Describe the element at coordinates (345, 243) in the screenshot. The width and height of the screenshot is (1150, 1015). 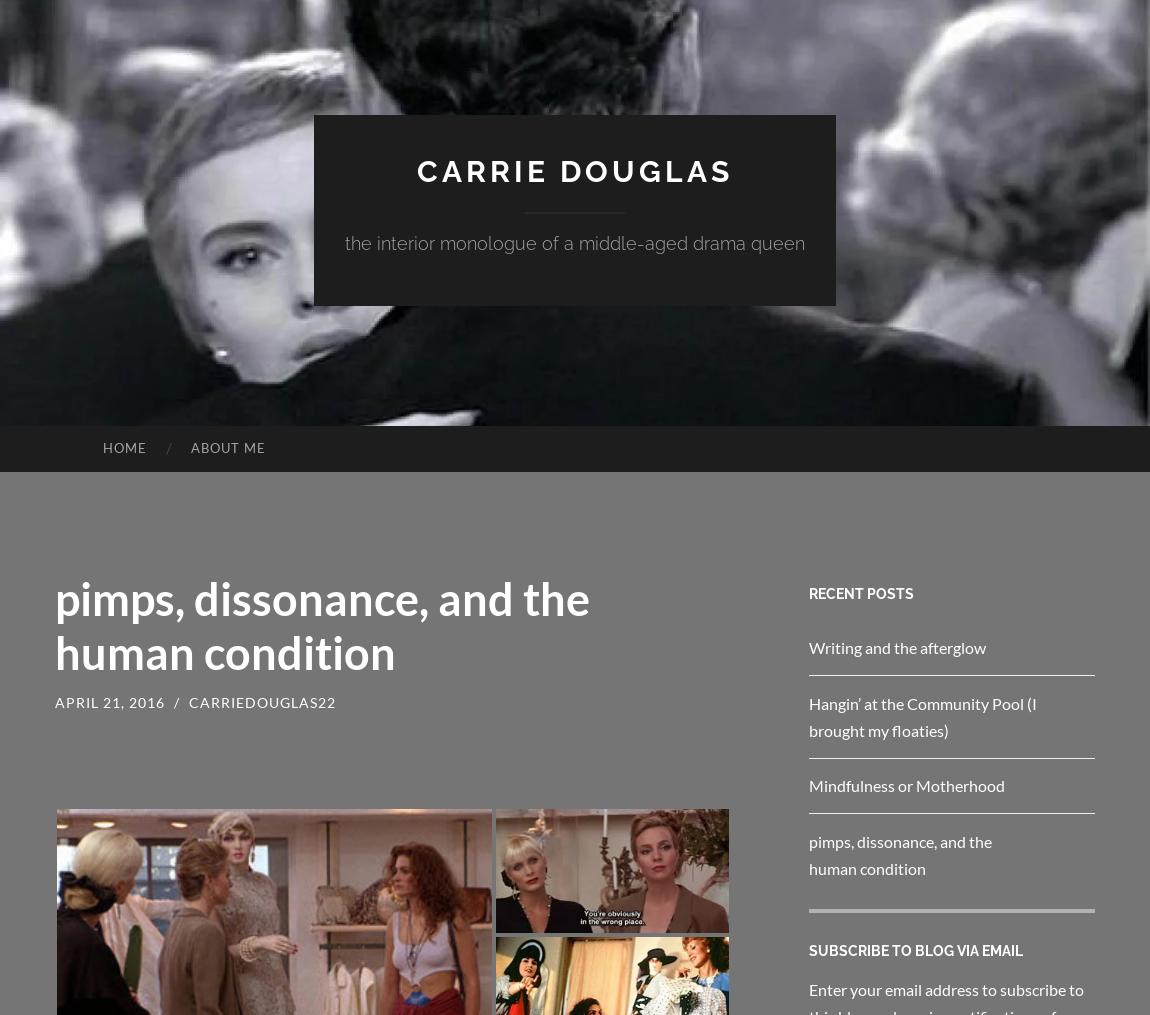
I see `'the interior monologue of a middle-aged drama queen'` at that location.